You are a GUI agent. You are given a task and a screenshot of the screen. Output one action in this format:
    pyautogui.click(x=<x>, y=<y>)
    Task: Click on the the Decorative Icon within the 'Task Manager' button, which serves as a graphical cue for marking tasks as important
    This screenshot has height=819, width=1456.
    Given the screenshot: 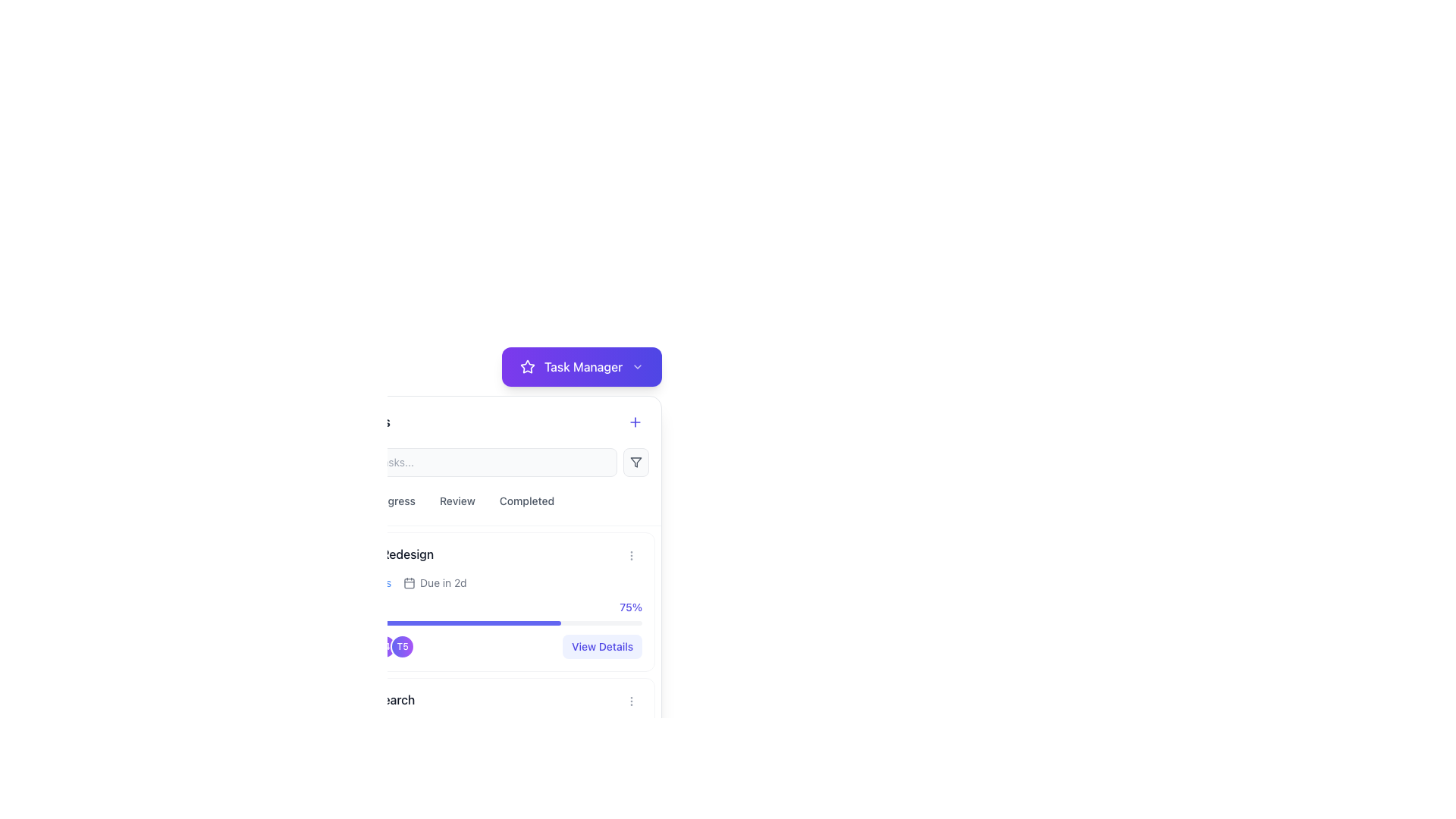 What is the action you would take?
    pyautogui.click(x=527, y=366)
    